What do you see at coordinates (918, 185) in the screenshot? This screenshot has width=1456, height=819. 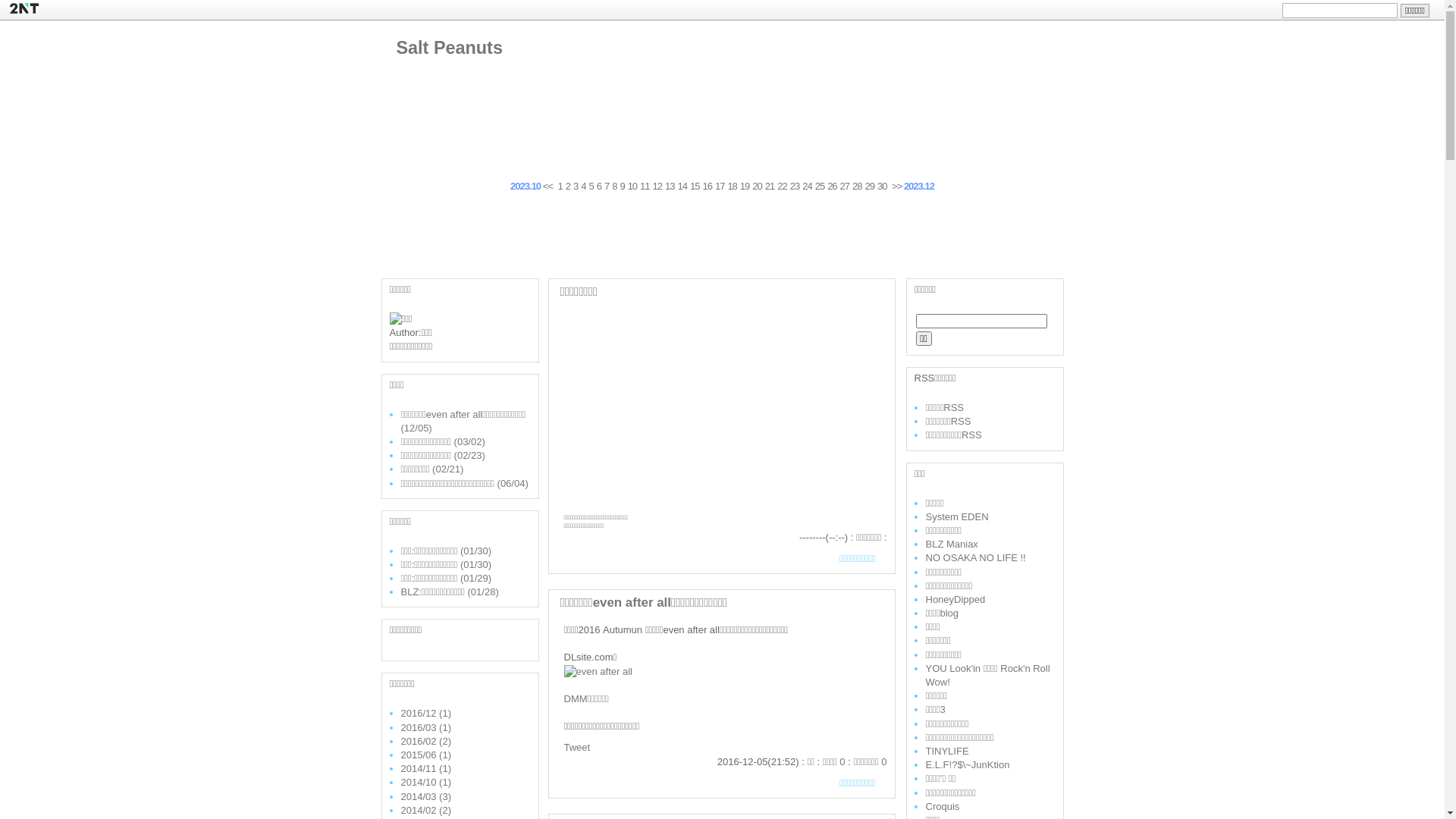 I see `'2023.12'` at bounding box center [918, 185].